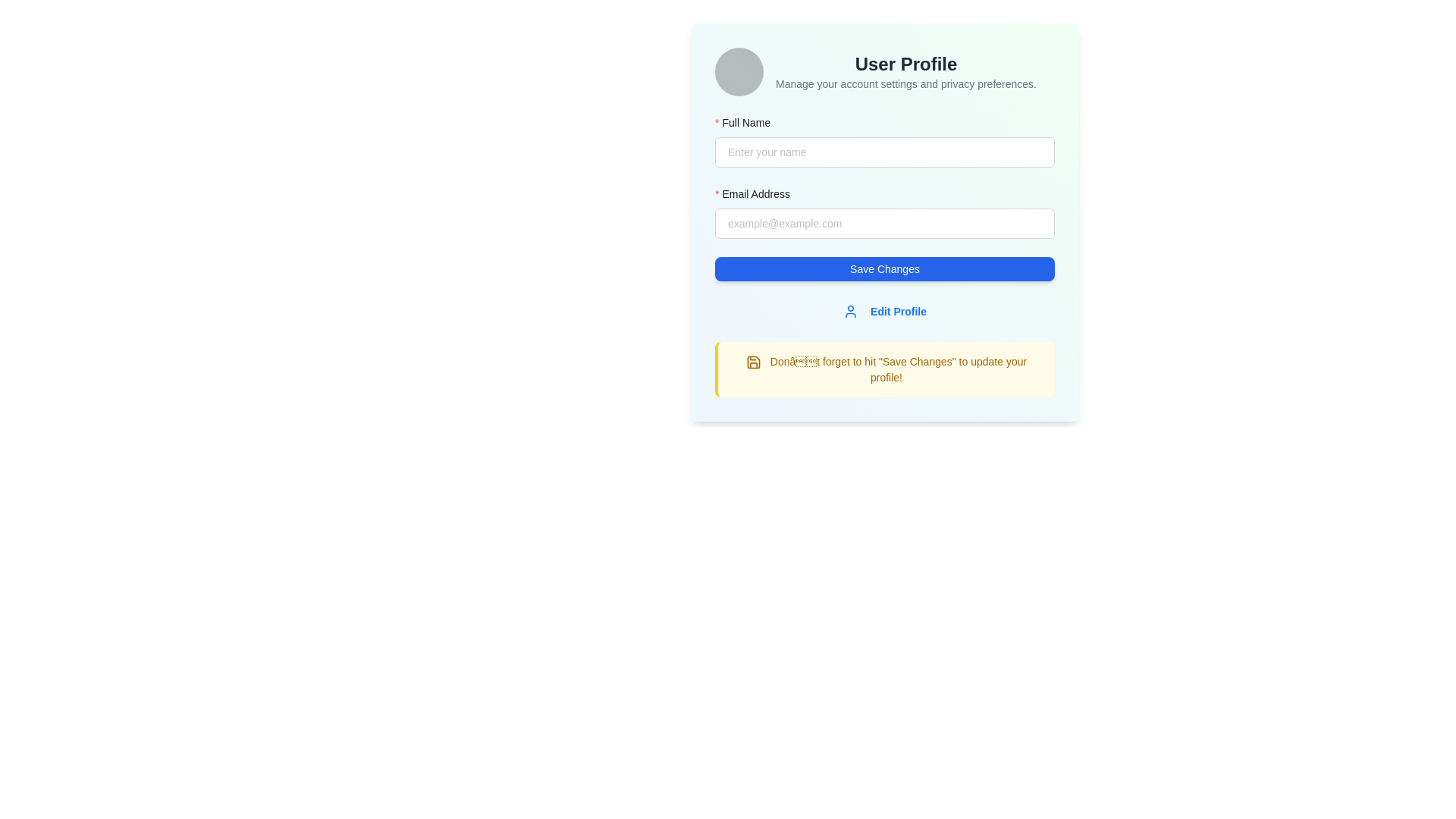 The height and width of the screenshot is (819, 1456). What do you see at coordinates (906, 84) in the screenshot?
I see `the static text element that provides instructions about managing account settings and privacy preferences, located below the 'User Profile' title in the user profile section` at bounding box center [906, 84].